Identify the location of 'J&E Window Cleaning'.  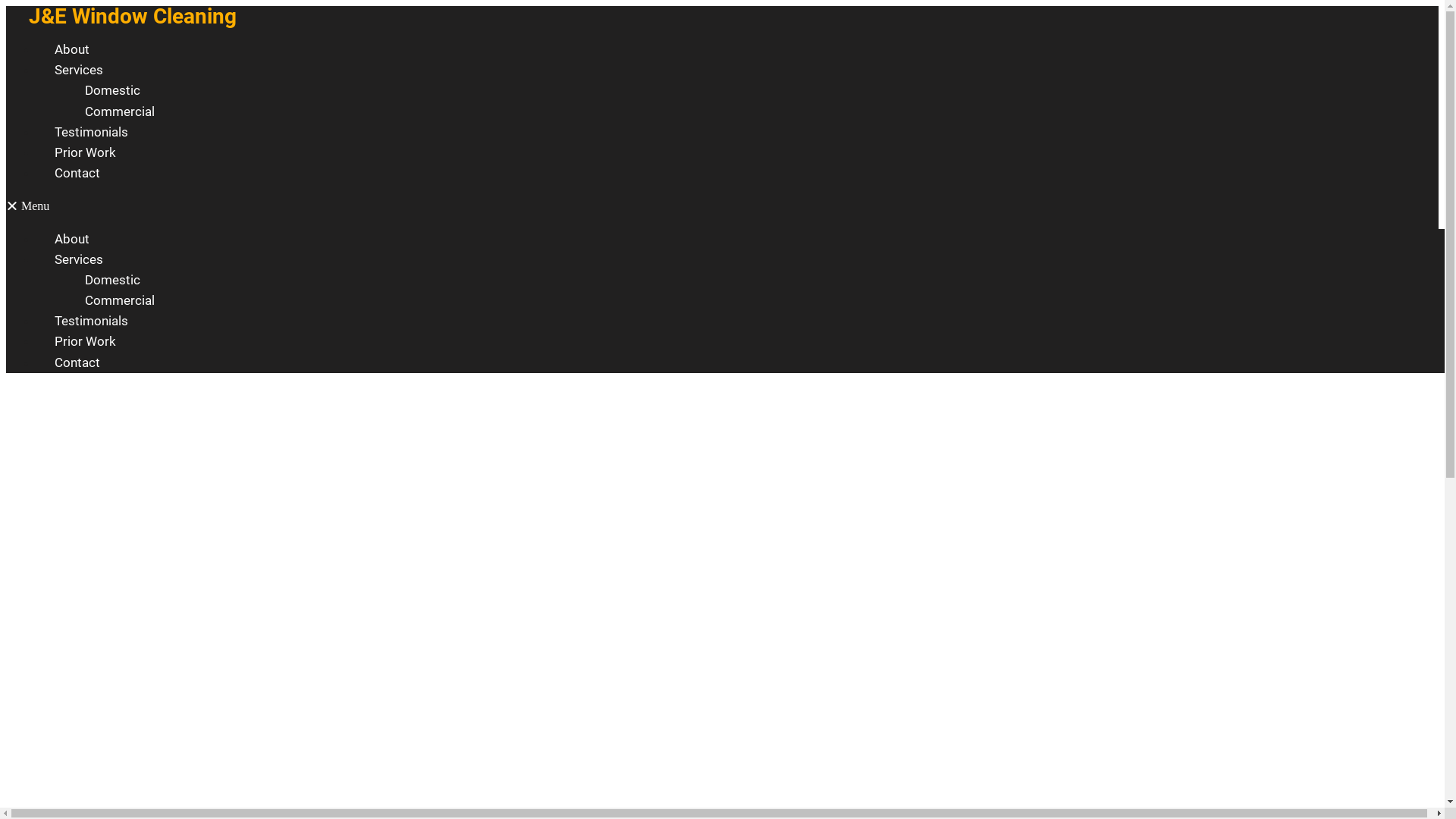
(29, 16).